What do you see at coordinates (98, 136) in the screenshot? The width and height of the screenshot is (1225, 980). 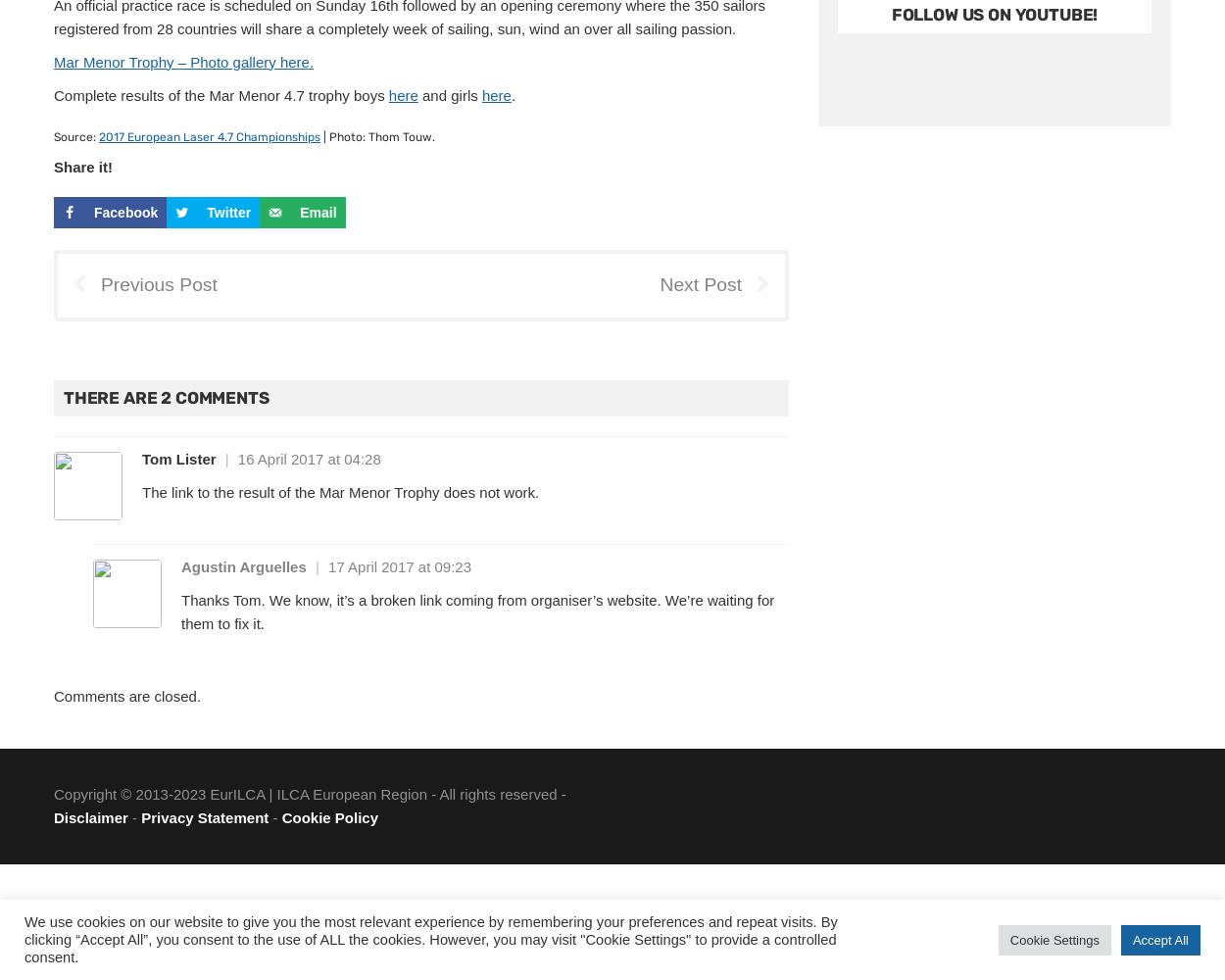 I see `'2017 European Laser 4.7 Championships'` at bounding box center [98, 136].